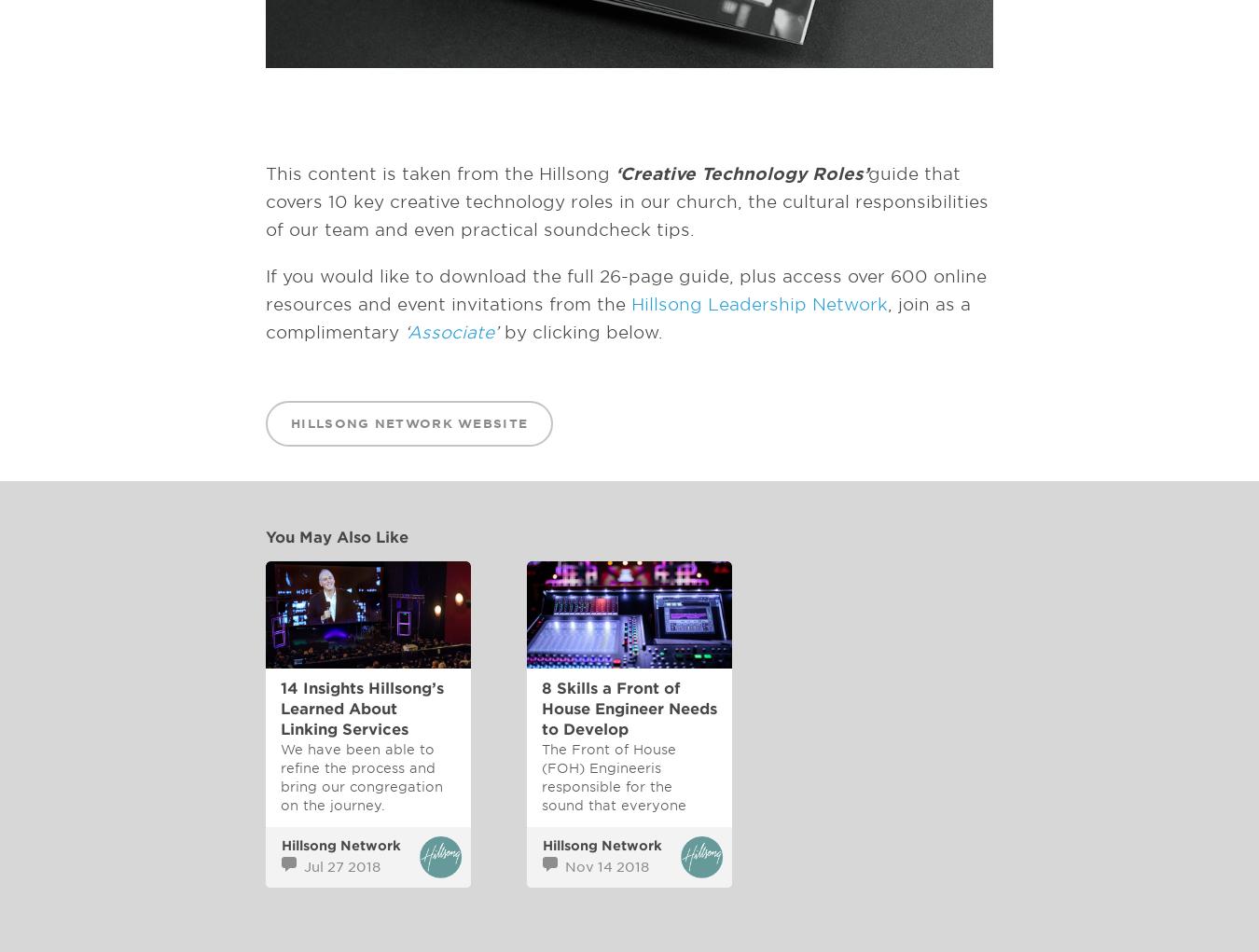  I want to click on 'by clicking below.', so click(583, 332).